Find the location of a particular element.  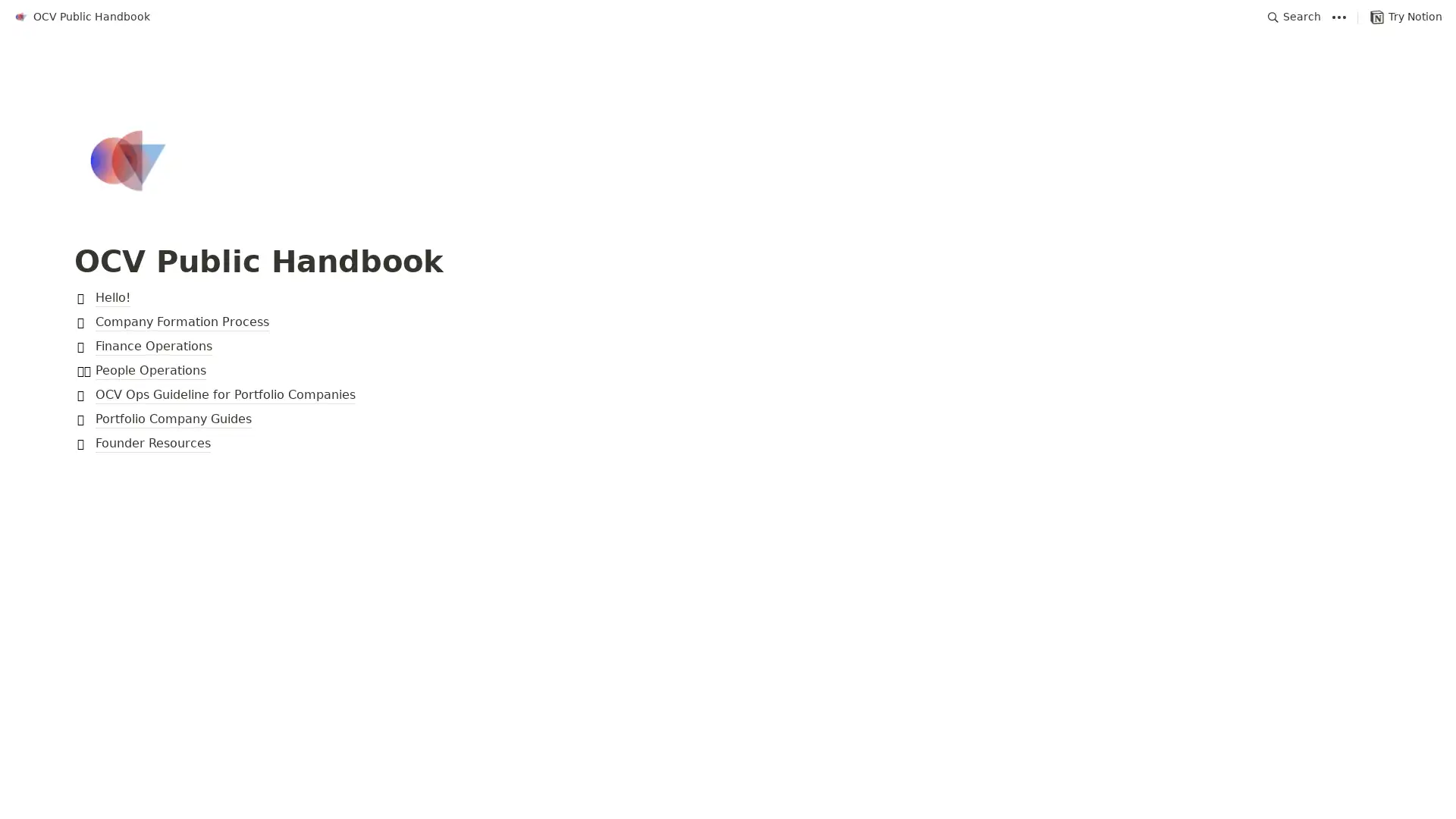

Search is located at coordinates (1294, 17).